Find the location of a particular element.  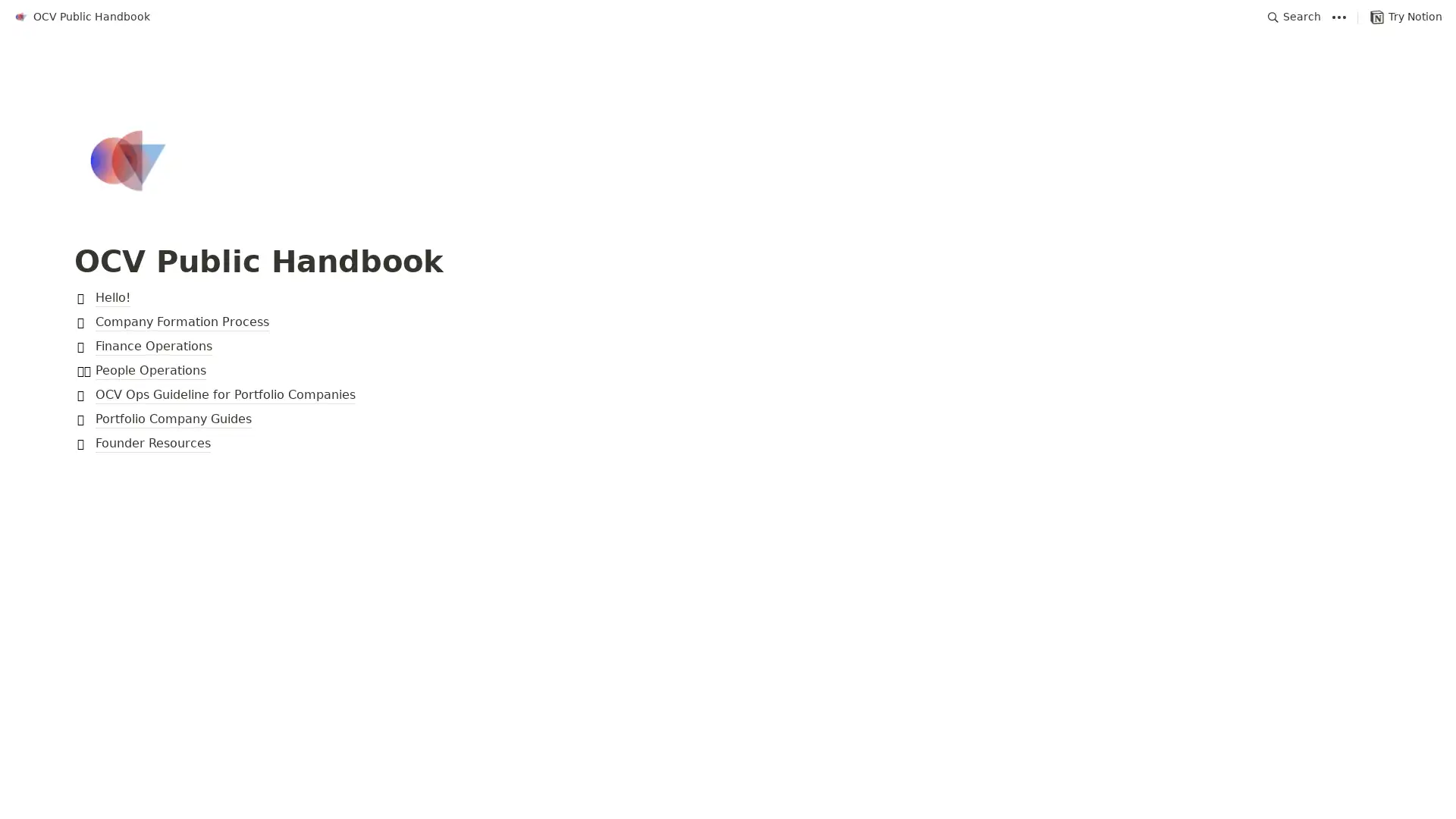

Search is located at coordinates (1294, 17).